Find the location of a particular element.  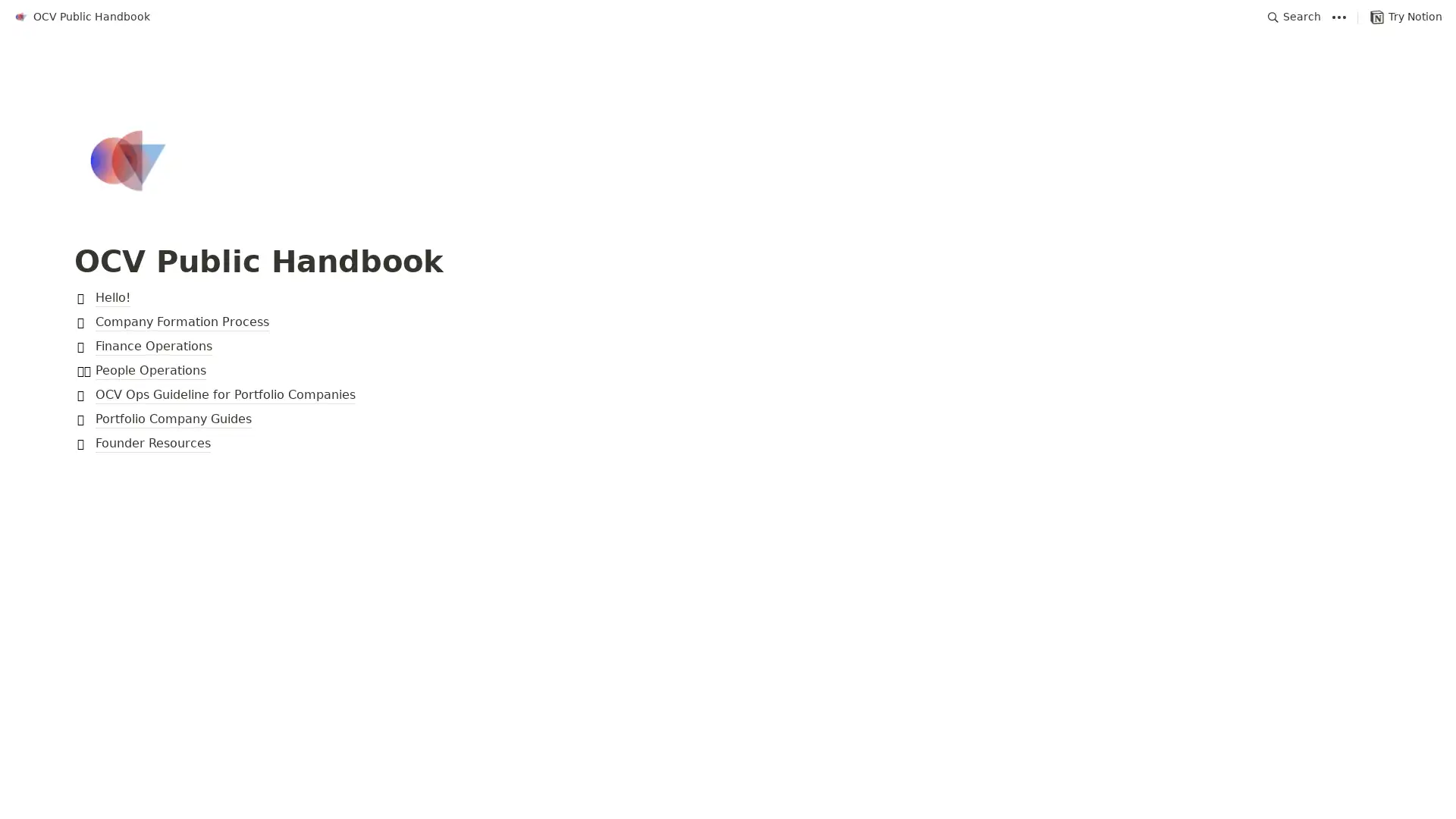

Search is located at coordinates (1294, 17).